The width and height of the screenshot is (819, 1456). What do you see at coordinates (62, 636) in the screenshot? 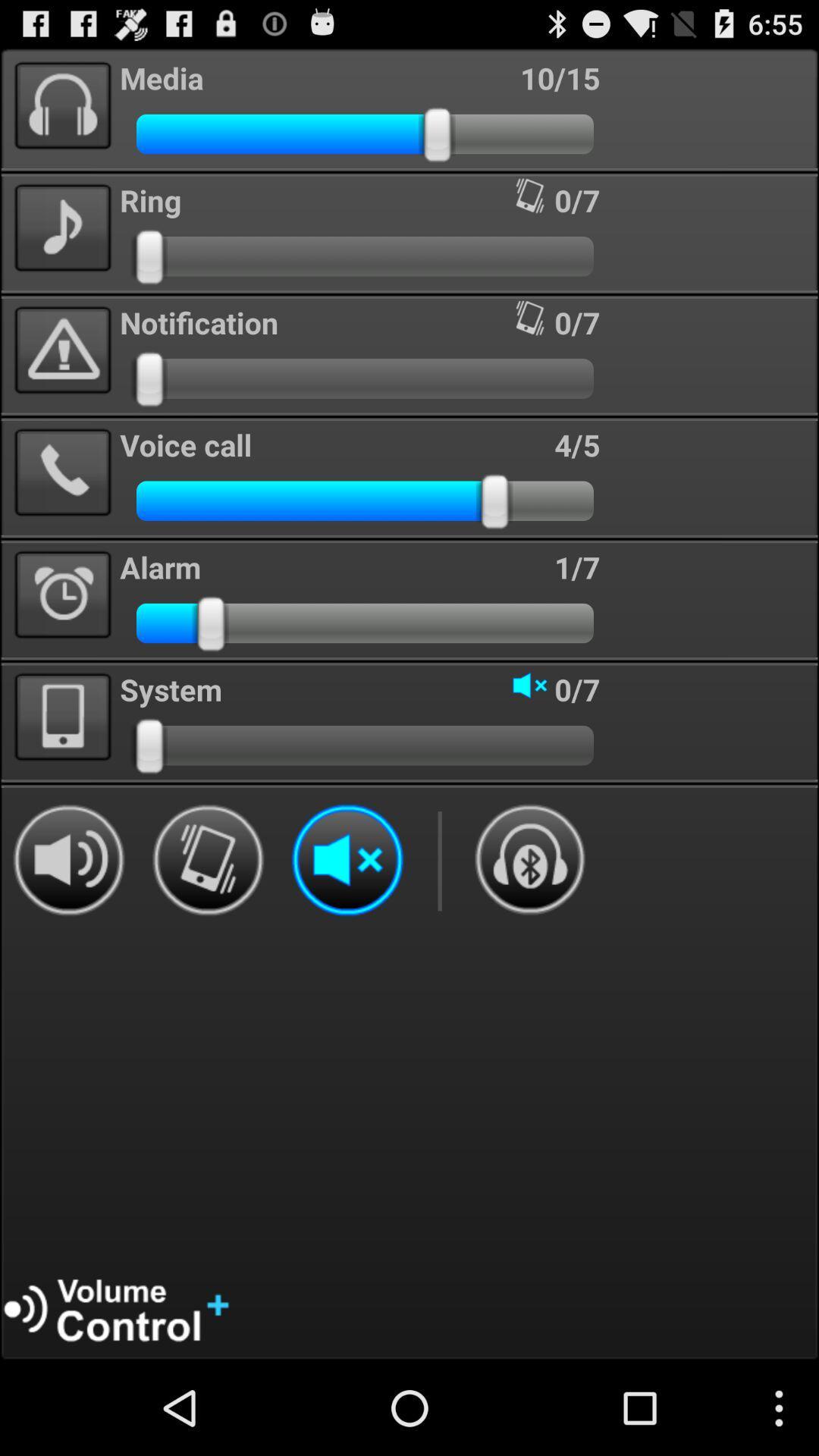
I see `the time icon` at bounding box center [62, 636].